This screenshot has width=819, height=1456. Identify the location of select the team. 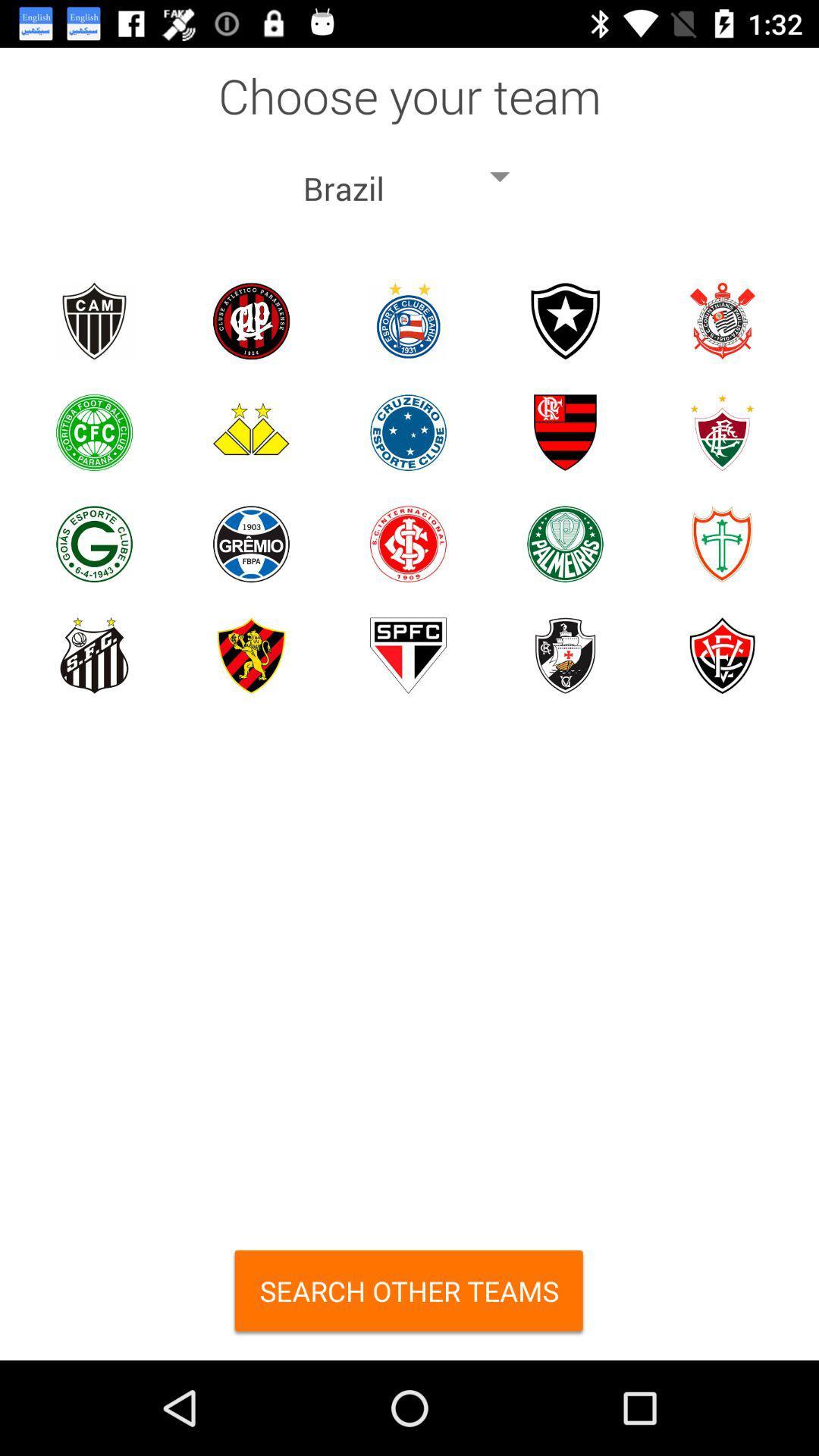
(565, 655).